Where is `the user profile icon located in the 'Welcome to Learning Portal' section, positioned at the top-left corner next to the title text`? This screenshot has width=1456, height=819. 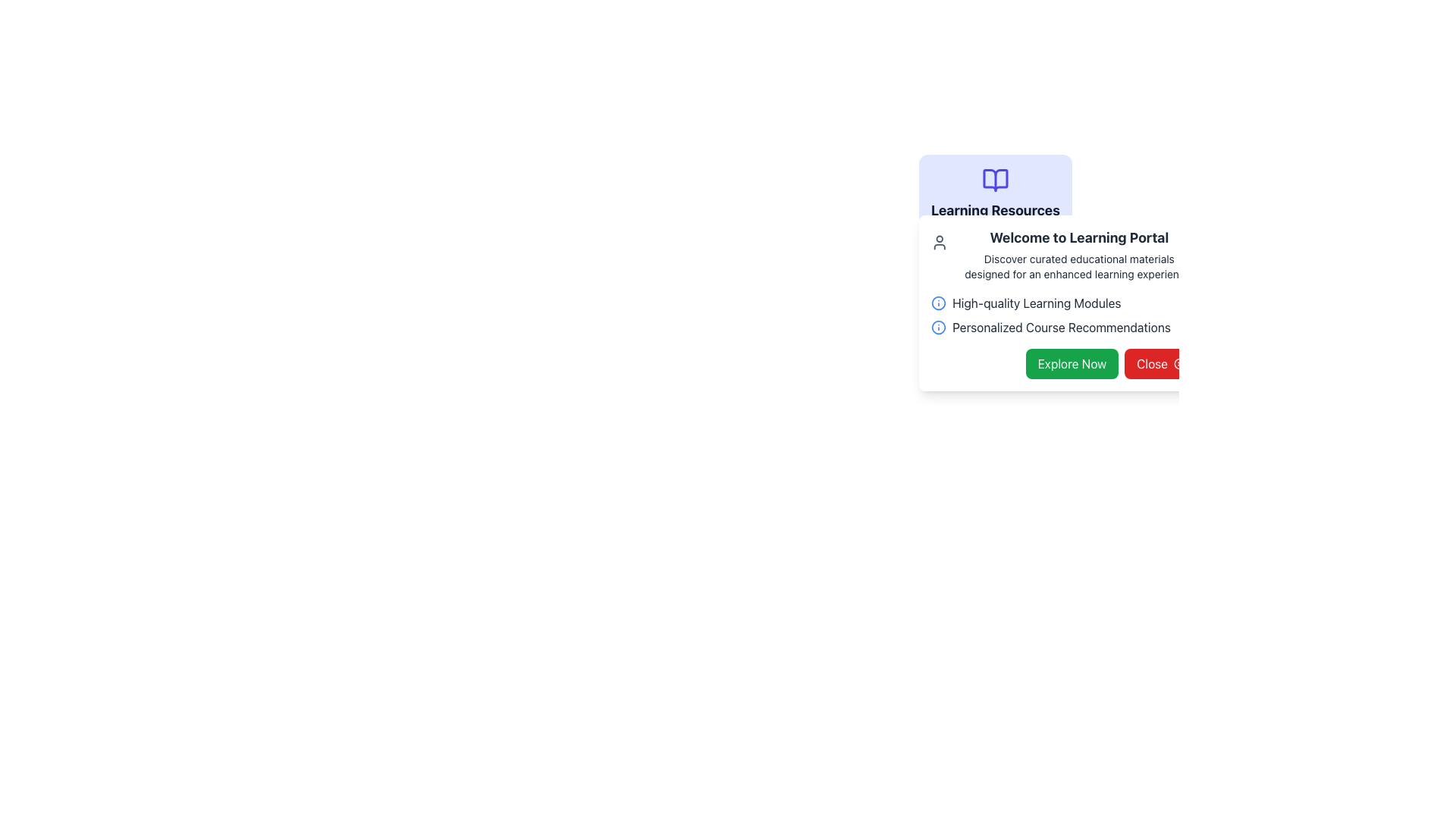 the user profile icon located in the 'Welcome to Learning Portal' section, positioned at the top-left corner next to the title text is located at coordinates (939, 242).